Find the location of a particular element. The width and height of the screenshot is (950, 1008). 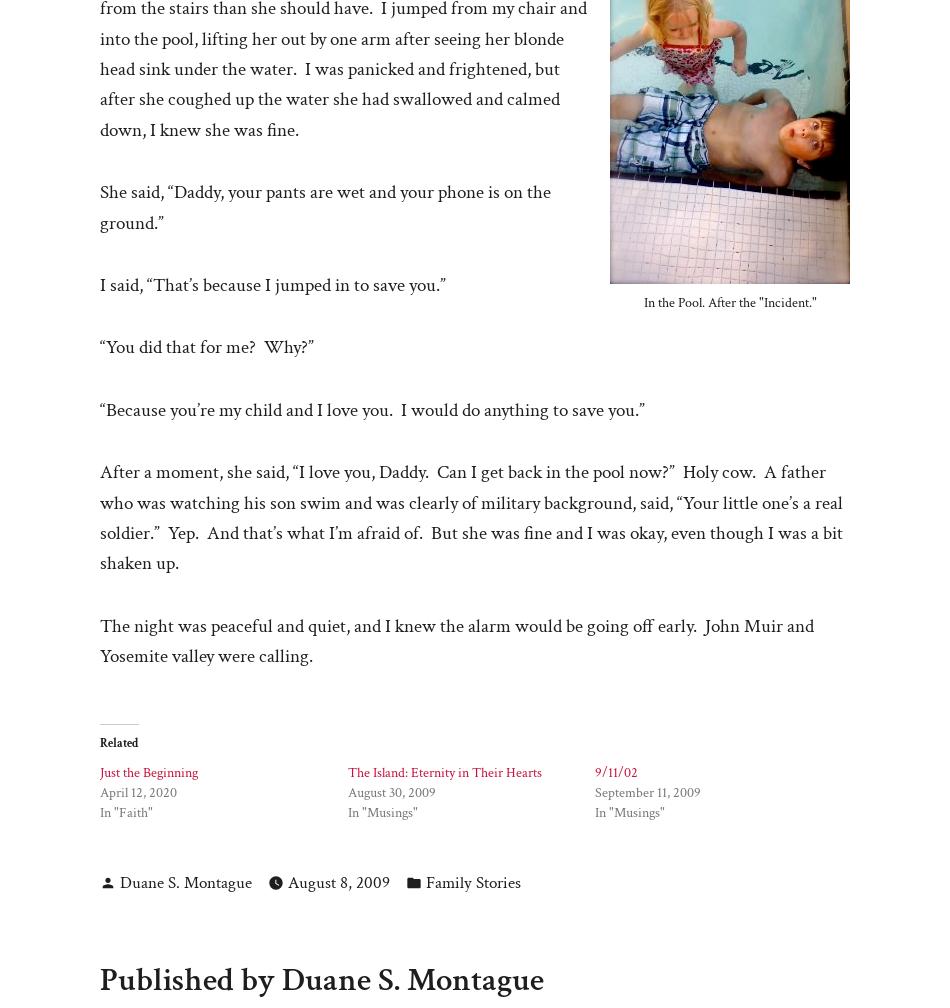

'August 8, 2009' is located at coordinates (287, 883).